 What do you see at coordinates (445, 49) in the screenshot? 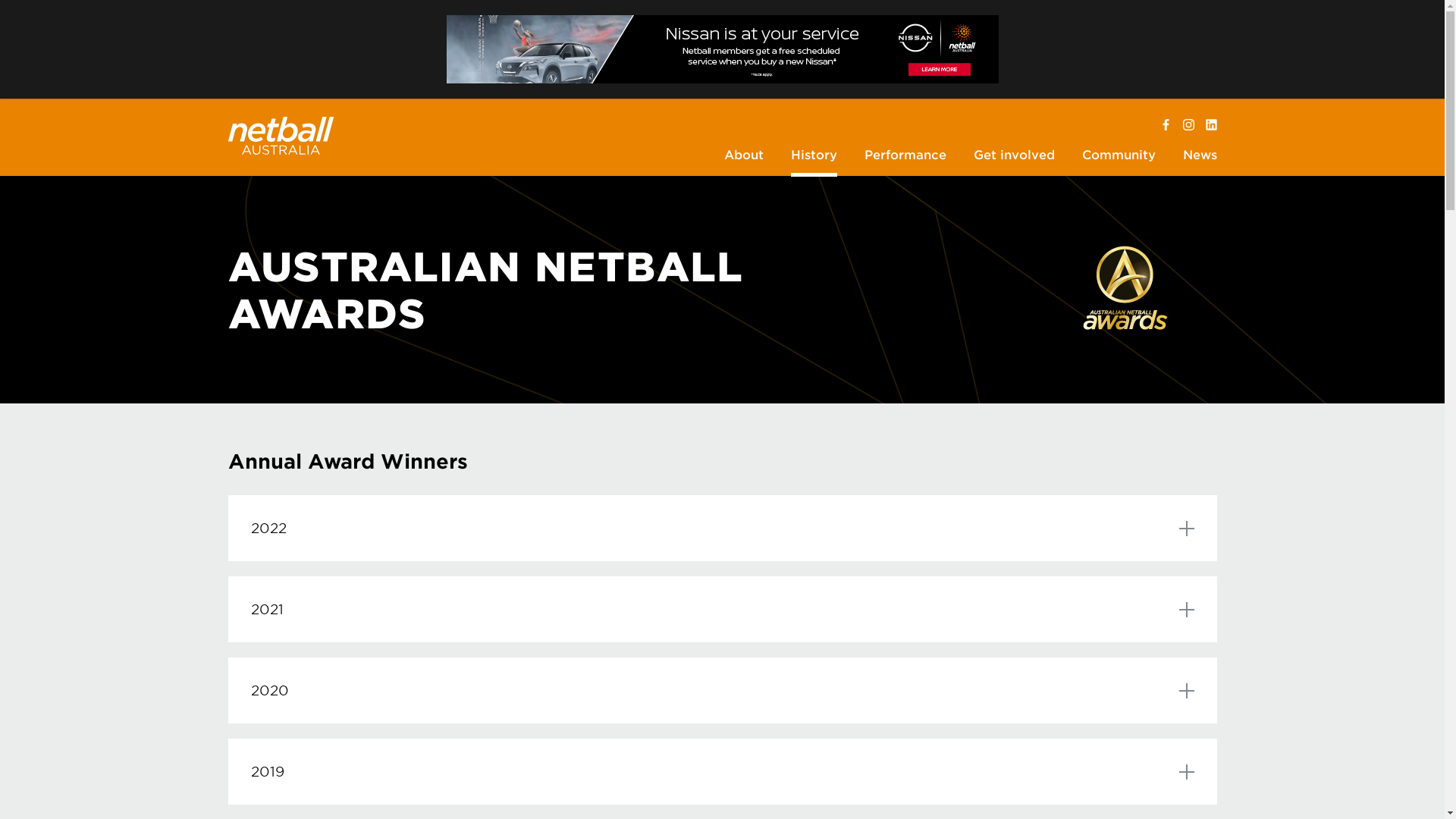
I see `'3rd party ad content'` at bounding box center [445, 49].